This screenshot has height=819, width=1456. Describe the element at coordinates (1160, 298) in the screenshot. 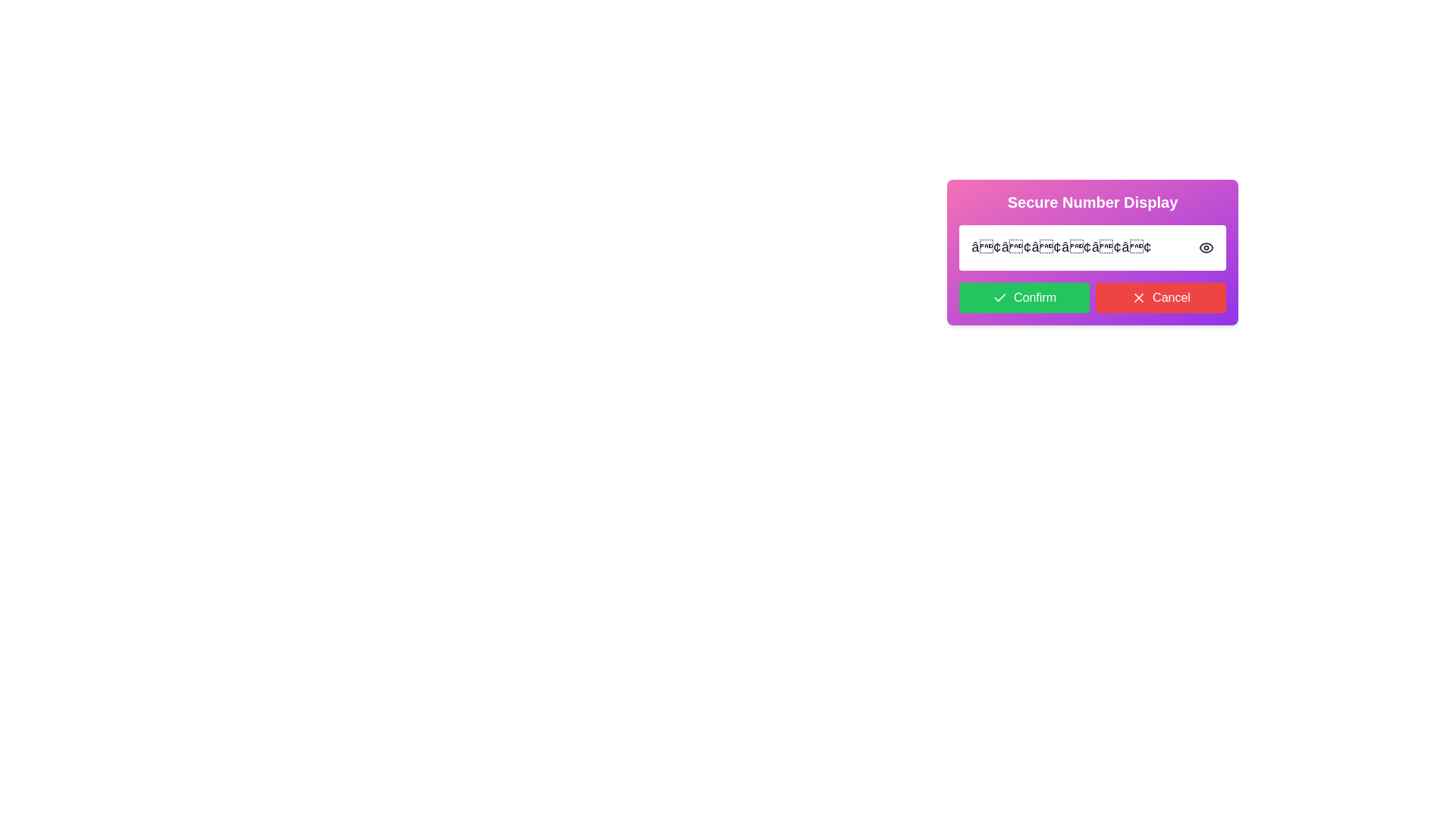

I see `the 'Cancel' button with a red background and white text accompanied by an 'X' icon, which is the second button from the left in the control panel below the secure input field` at that location.